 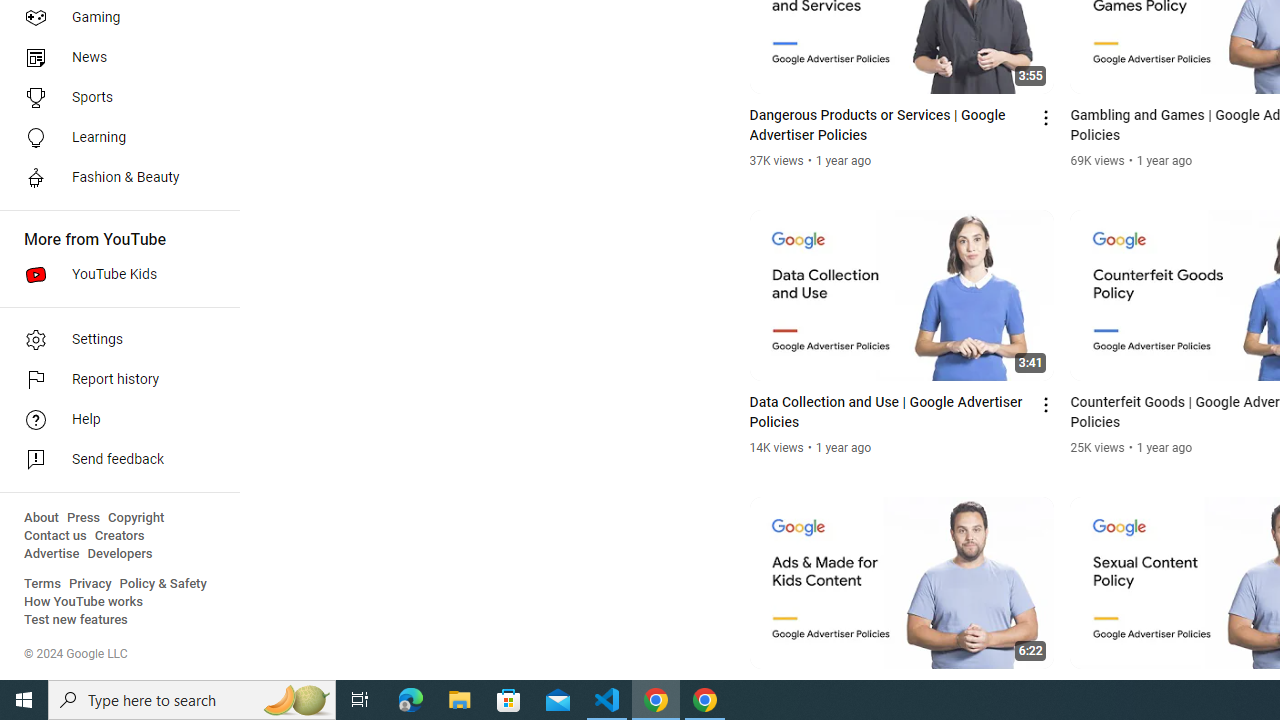 I want to click on 'Help', so click(x=112, y=419).